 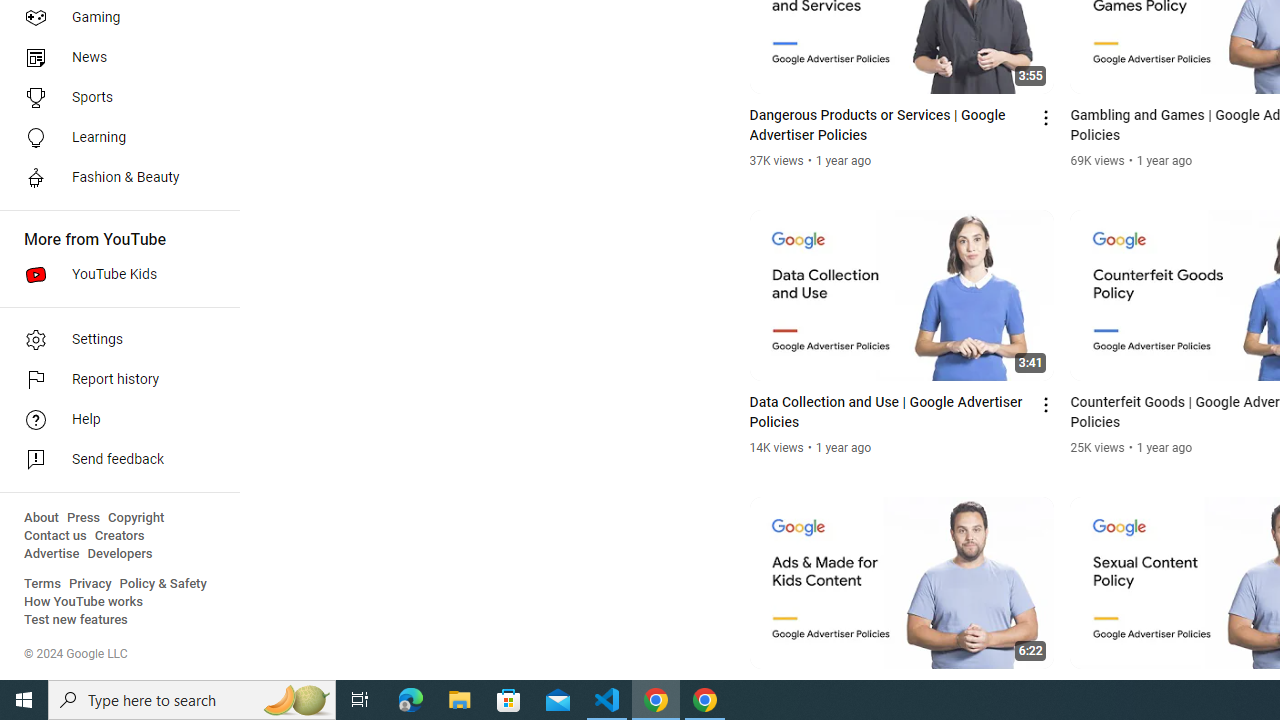 I want to click on 'Help', so click(x=112, y=419).